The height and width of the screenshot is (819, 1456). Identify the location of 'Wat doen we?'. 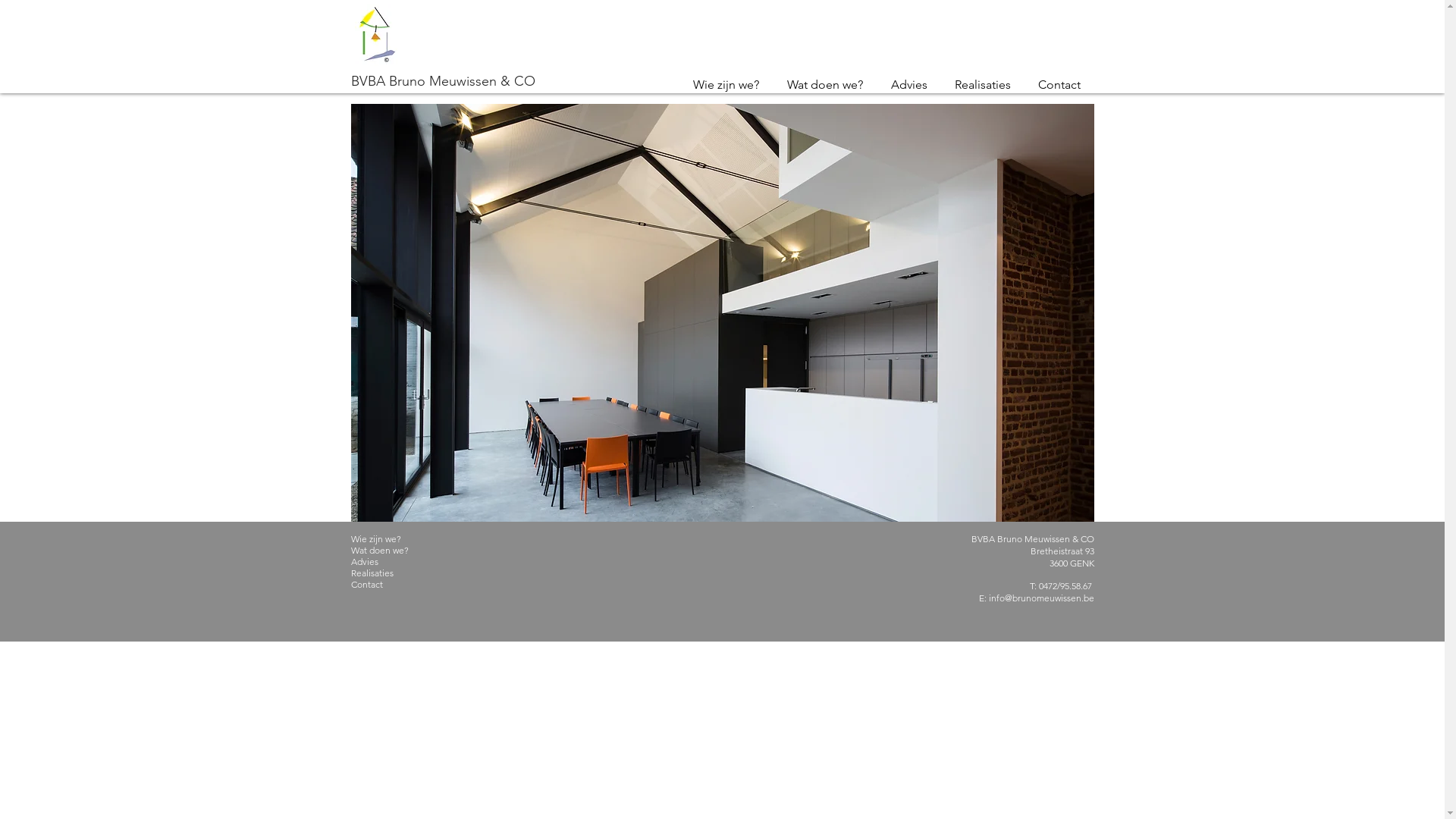
(400, 550).